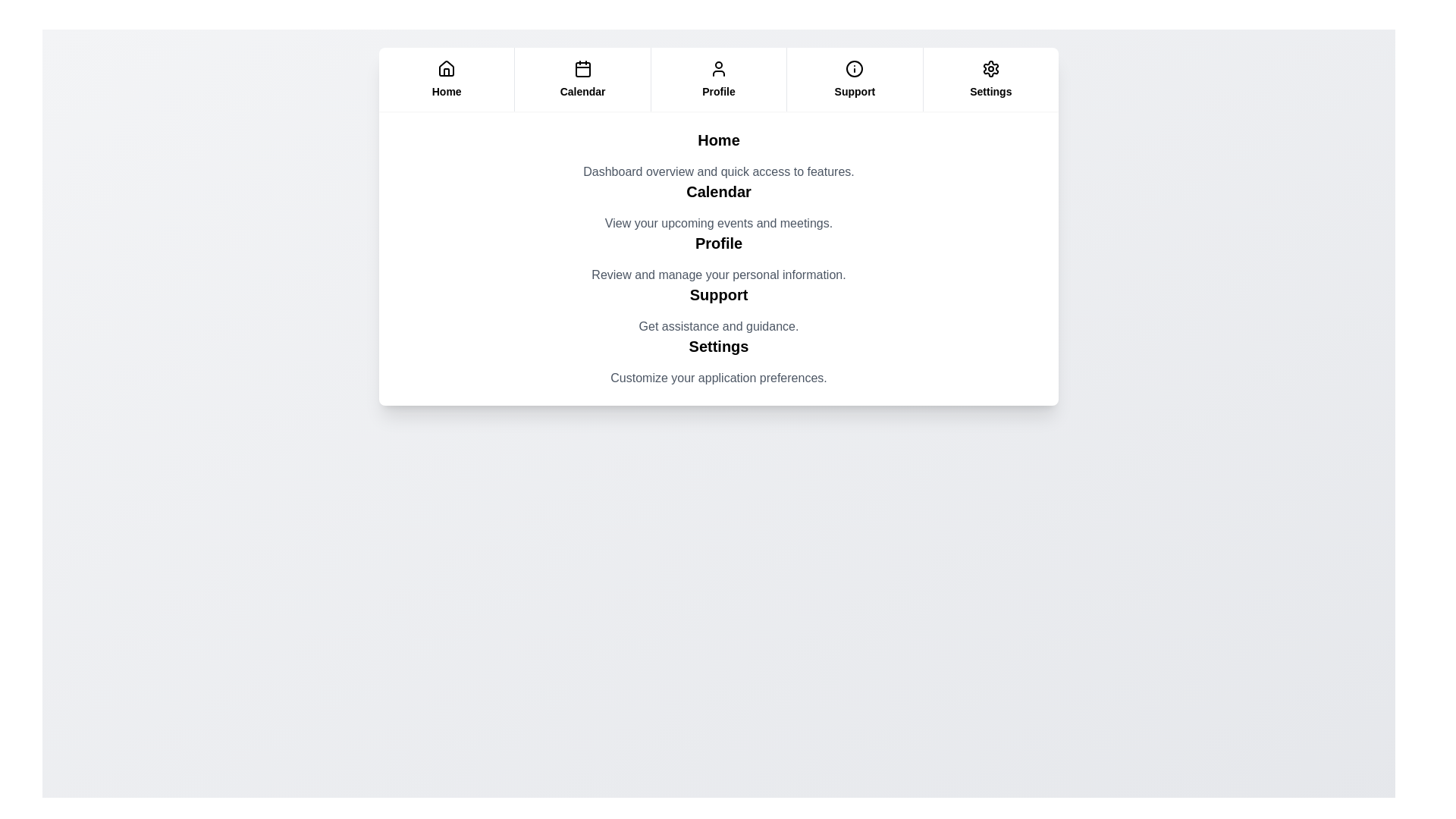 This screenshot has width=1456, height=819. Describe the element at coordinates (446, 69) in the screenshot. I see `the house icon in the navigation bar at the top of the interface` at that location.